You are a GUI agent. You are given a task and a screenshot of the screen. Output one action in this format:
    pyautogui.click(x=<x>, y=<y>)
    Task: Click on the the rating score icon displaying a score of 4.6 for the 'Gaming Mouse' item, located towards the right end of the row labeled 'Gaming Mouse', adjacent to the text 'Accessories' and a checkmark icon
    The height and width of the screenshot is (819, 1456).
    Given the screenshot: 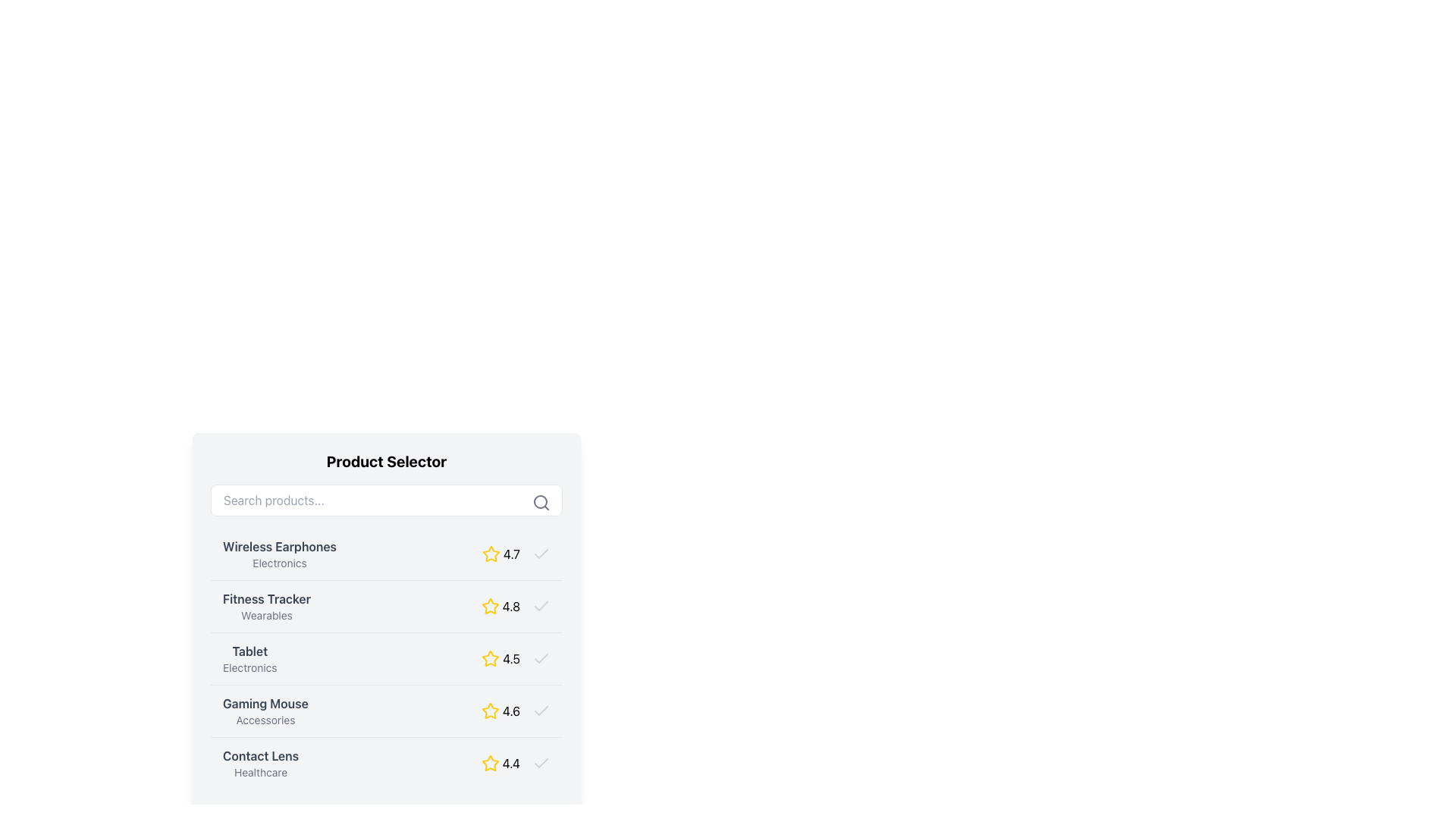 What is the action you would take?
    pyautogui.click(x=516, y=711)
    